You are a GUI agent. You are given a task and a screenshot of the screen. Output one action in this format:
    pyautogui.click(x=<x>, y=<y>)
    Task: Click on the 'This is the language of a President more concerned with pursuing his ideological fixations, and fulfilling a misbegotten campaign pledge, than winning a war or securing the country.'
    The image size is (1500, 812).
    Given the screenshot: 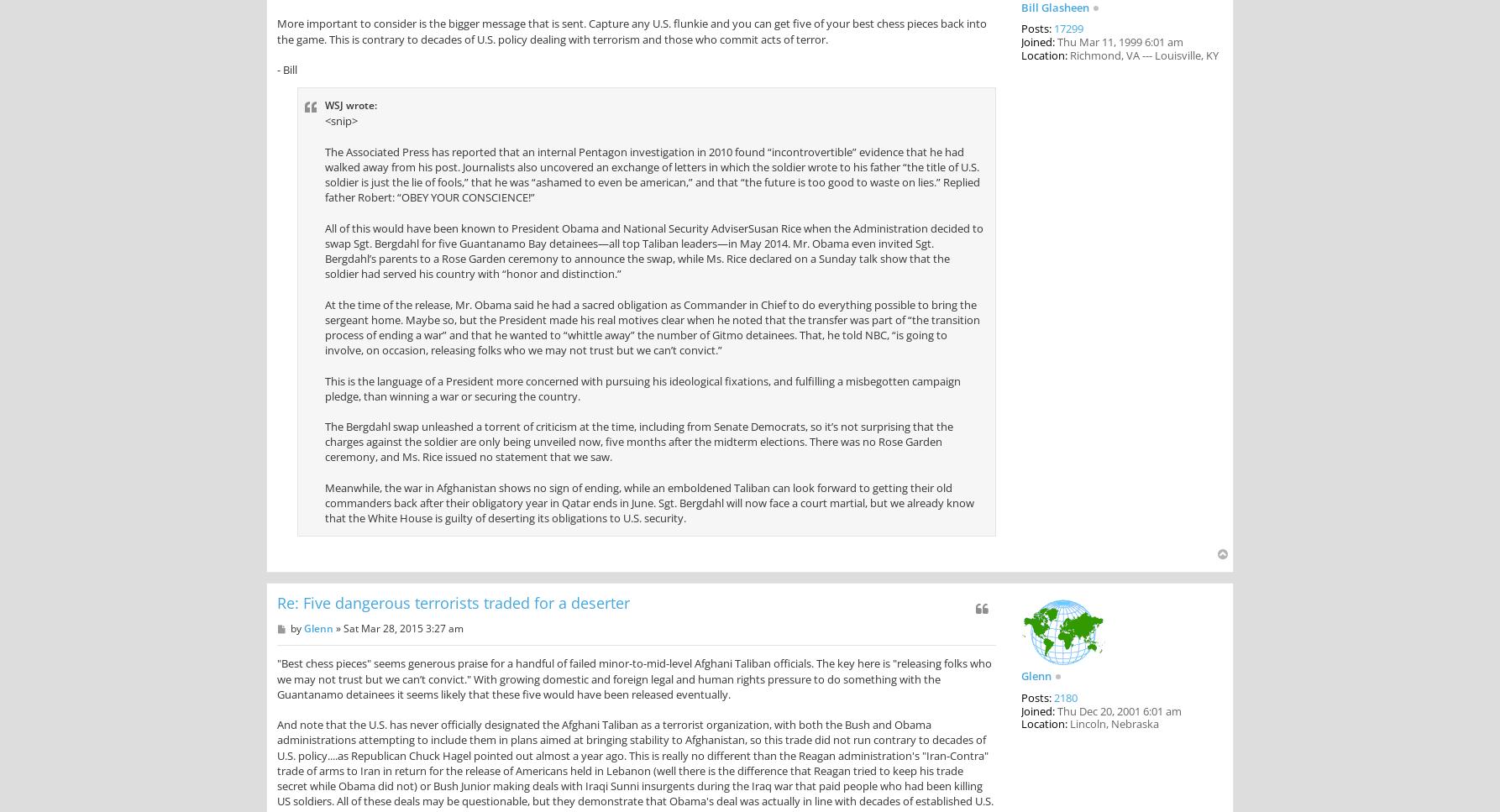 What is the action you would take?
    pyautogui.click(x=642, y=388)
    